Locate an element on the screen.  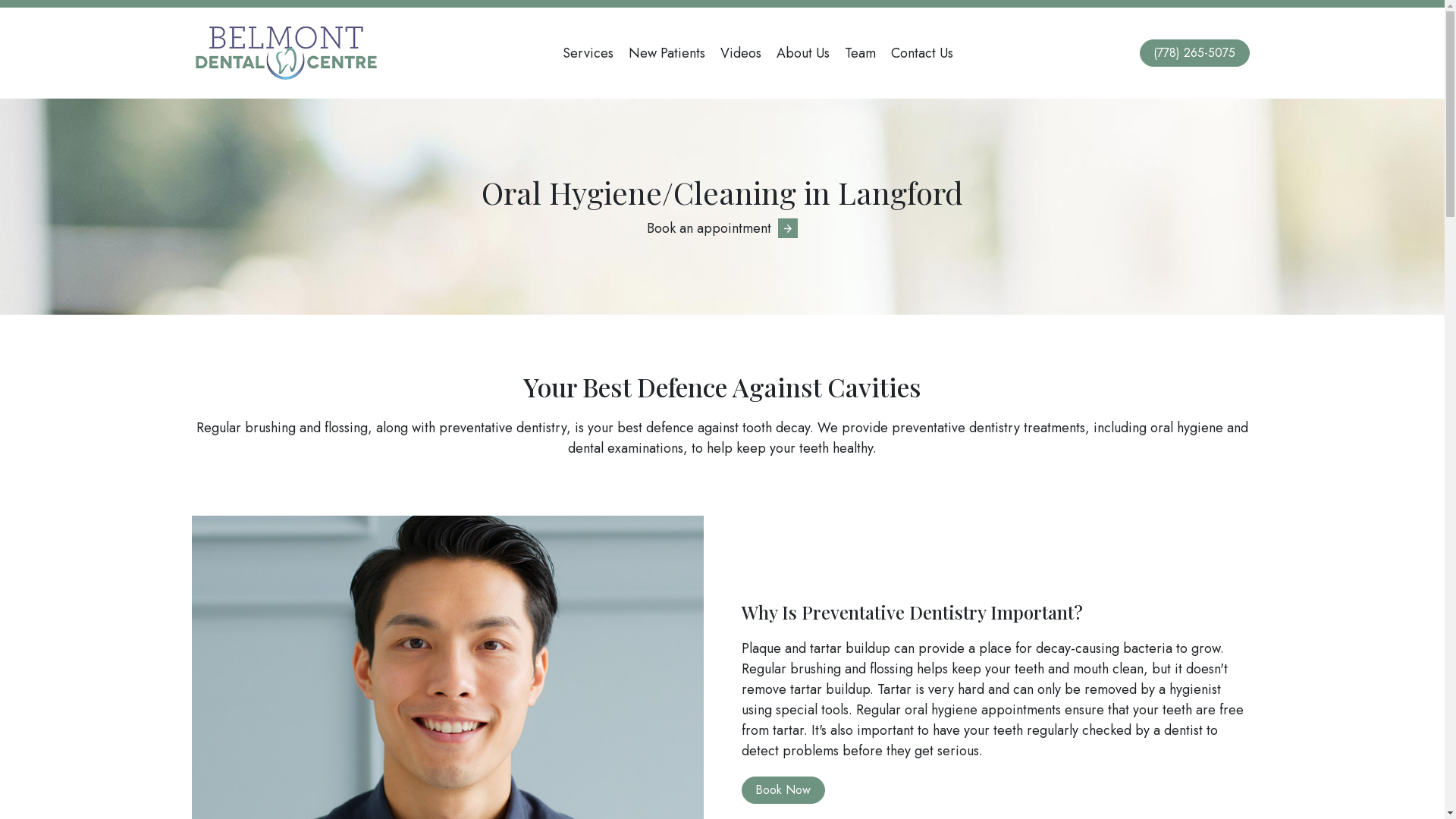
'Videos' is located at coordinates (741, 52).